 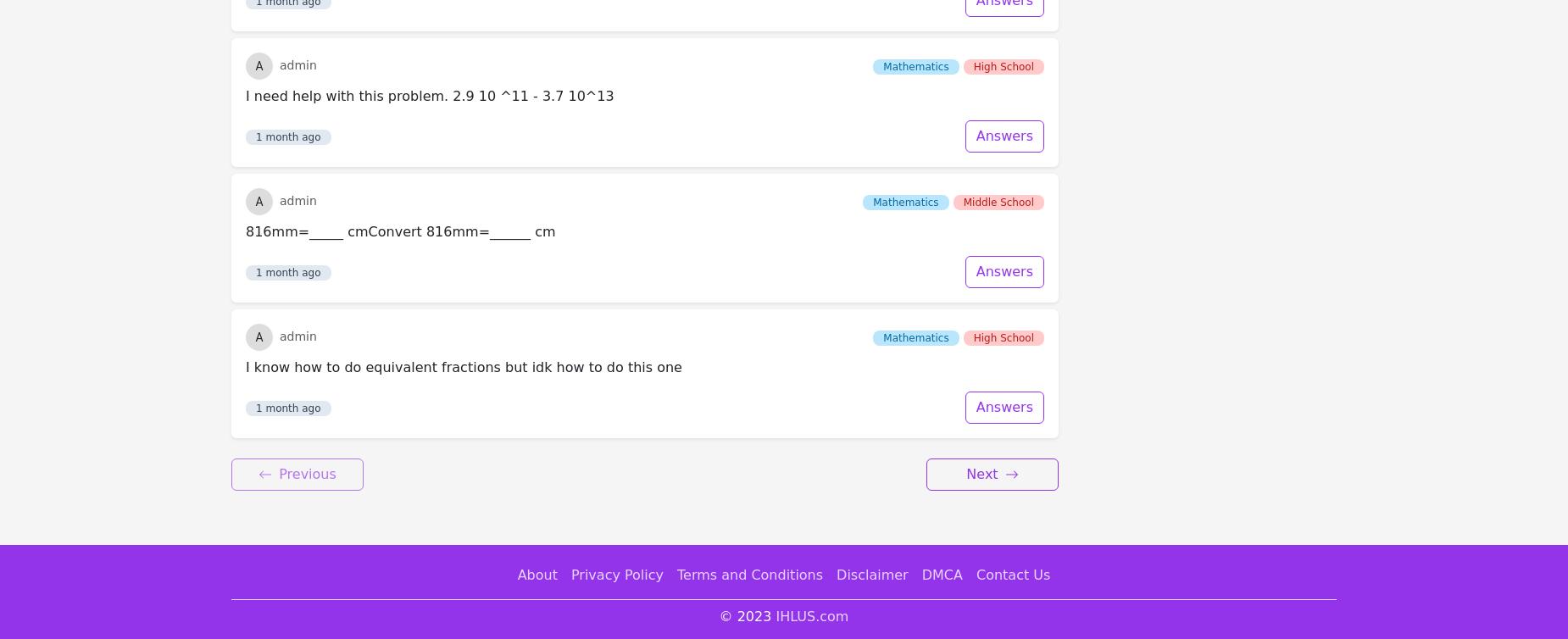 I want to click on 'Previous', so click(x=277, y=292).